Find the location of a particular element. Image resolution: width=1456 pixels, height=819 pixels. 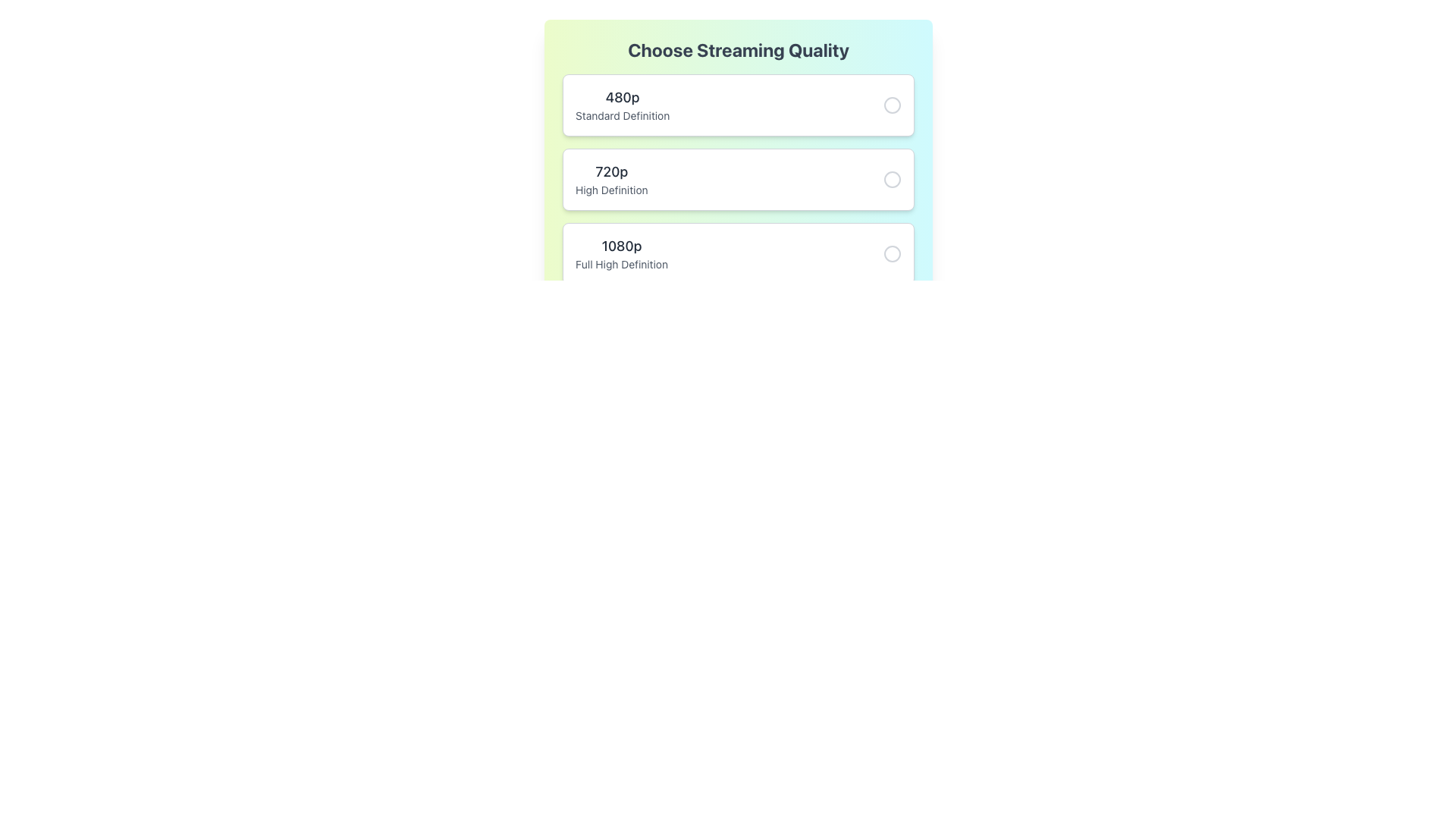

the unselected radio button indicator for the '1080p Full High Definition' option is located at coordinates (892, 253).